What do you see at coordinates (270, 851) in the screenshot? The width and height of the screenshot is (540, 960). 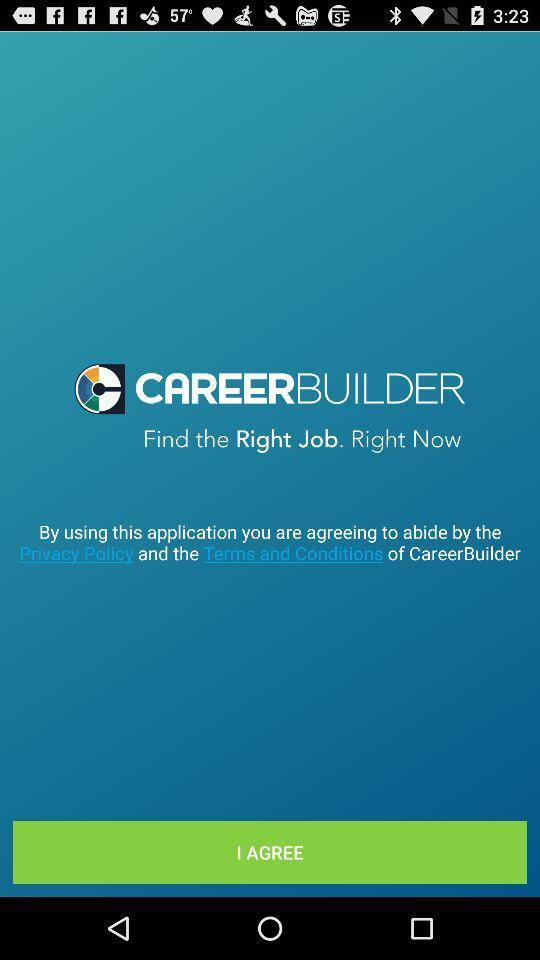 I see `the i agree at the bottom` at bounding box center [270, 851].